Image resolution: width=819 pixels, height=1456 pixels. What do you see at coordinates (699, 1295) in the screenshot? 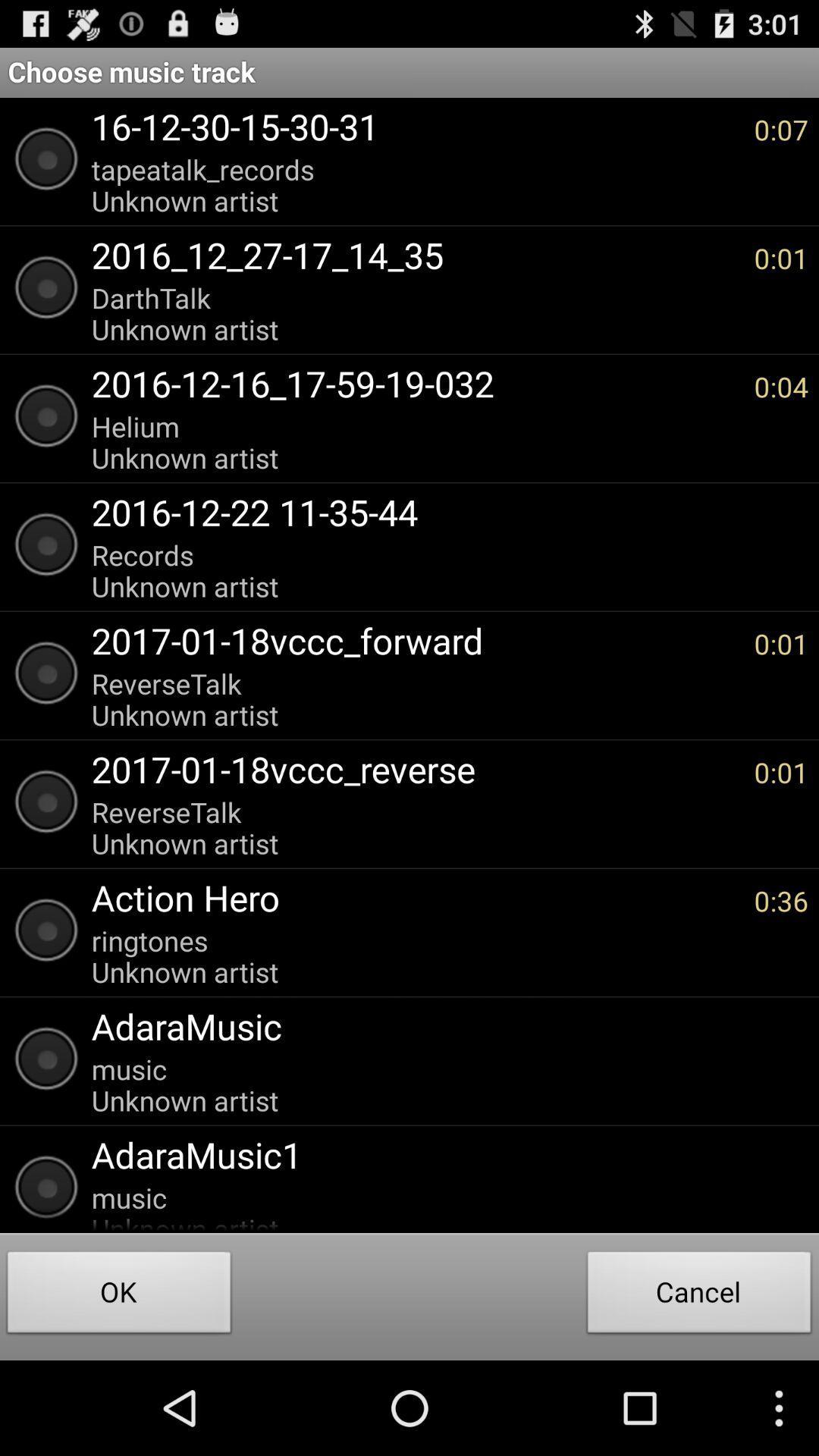
I see `the icon next to the ok button` at bounding box center [699, 1295].